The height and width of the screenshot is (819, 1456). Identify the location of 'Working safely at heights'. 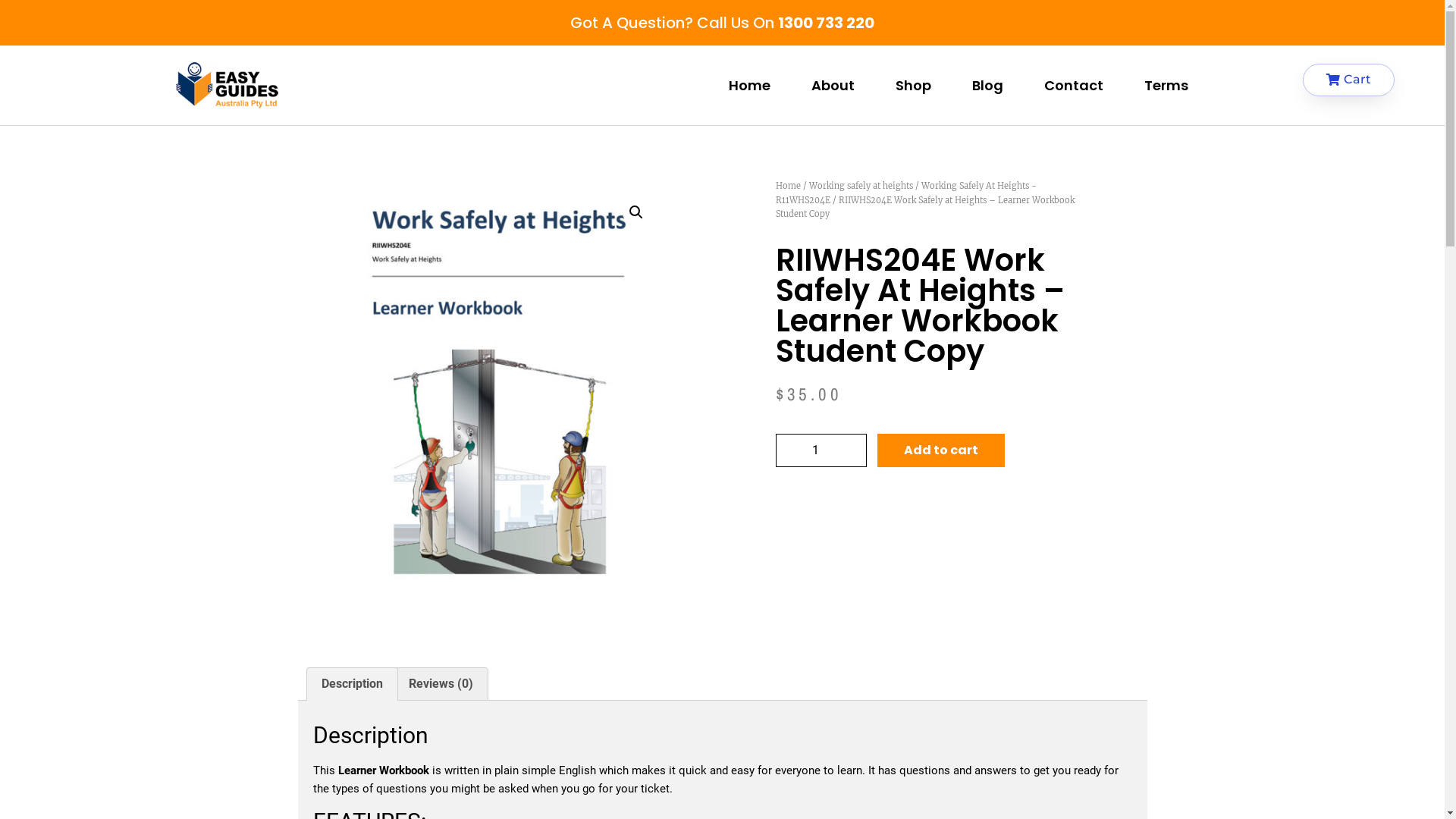
(860, 185).